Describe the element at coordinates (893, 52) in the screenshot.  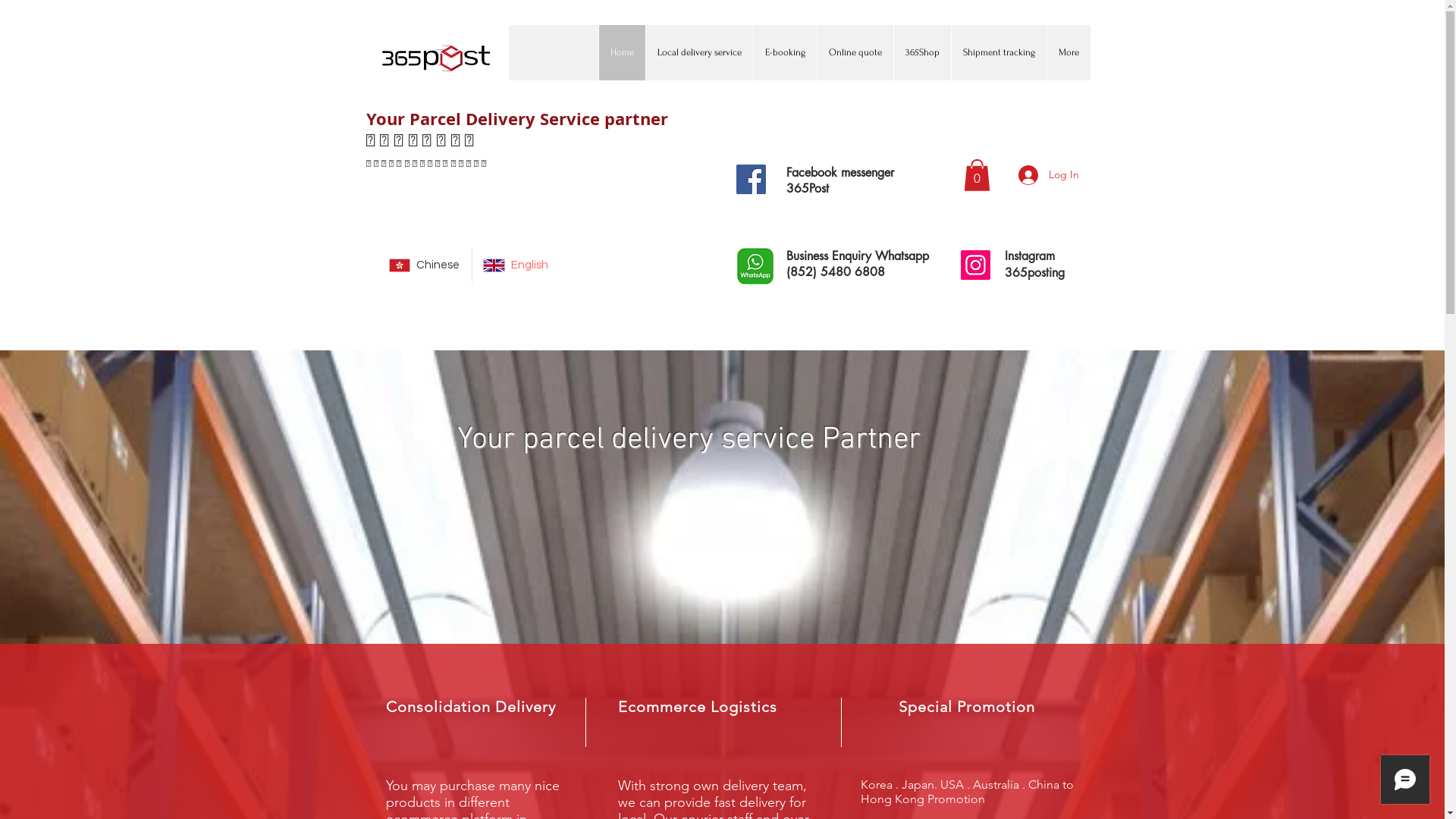
I see `'365Shop'` at that location.